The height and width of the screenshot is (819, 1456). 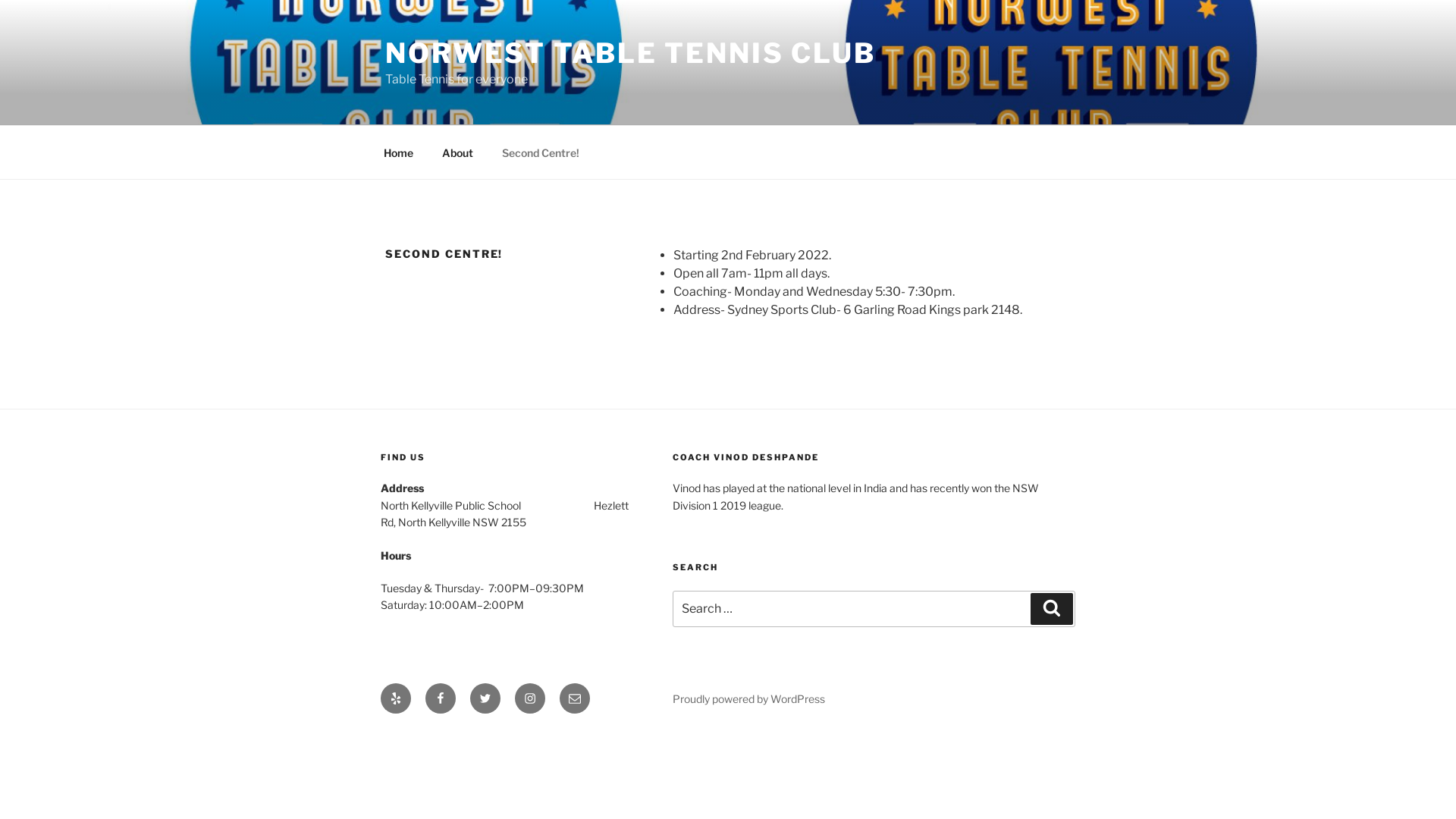 What do you see at coordinates (457, 152) in the screenshot?
I see `'About'` at bounding box center [457, 152].